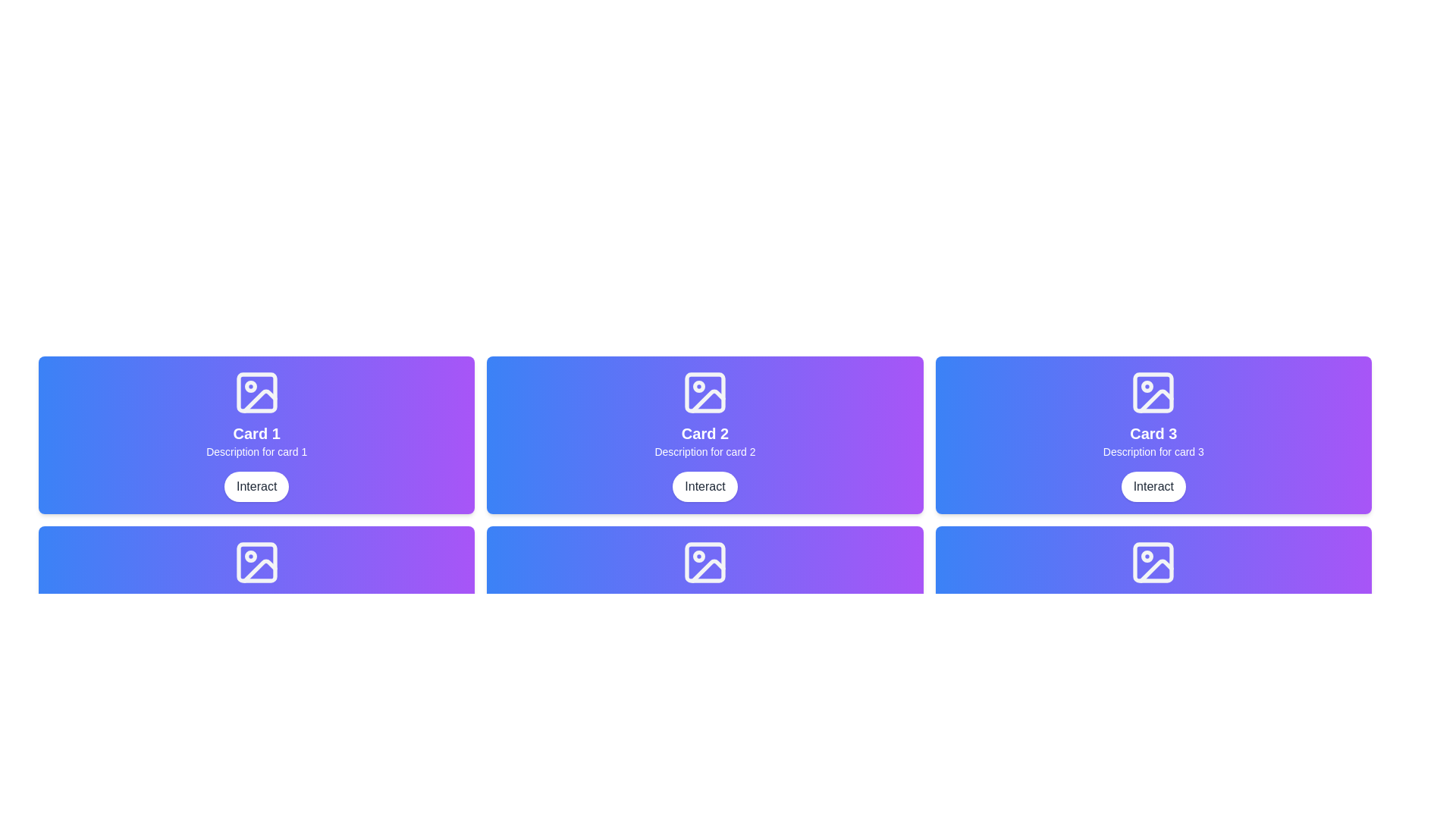 The width and height of the screenshot is (1456, 819). Describe the element at coordinates (1153, 486) in the screenshot. I see `the white button labeled 'Interact' located at the bottom center of the third card` at that location.